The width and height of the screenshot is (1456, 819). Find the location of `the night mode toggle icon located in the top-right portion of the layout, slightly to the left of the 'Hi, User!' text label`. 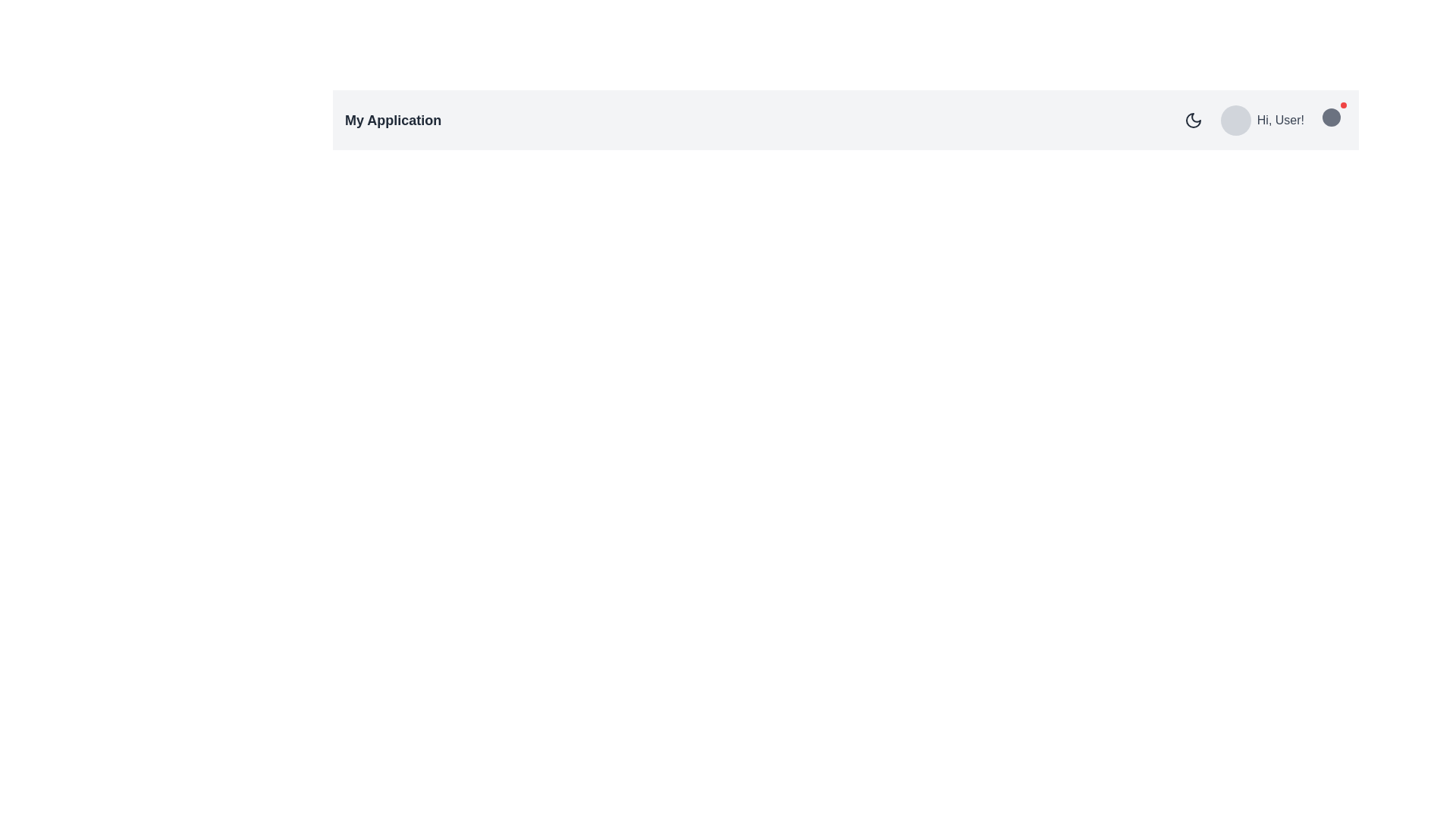

the night mode toggle icon located in the top-right portion of the layout, slightly to the left of the 'Hi, User!' text label is located at coordinates (1192, 119).